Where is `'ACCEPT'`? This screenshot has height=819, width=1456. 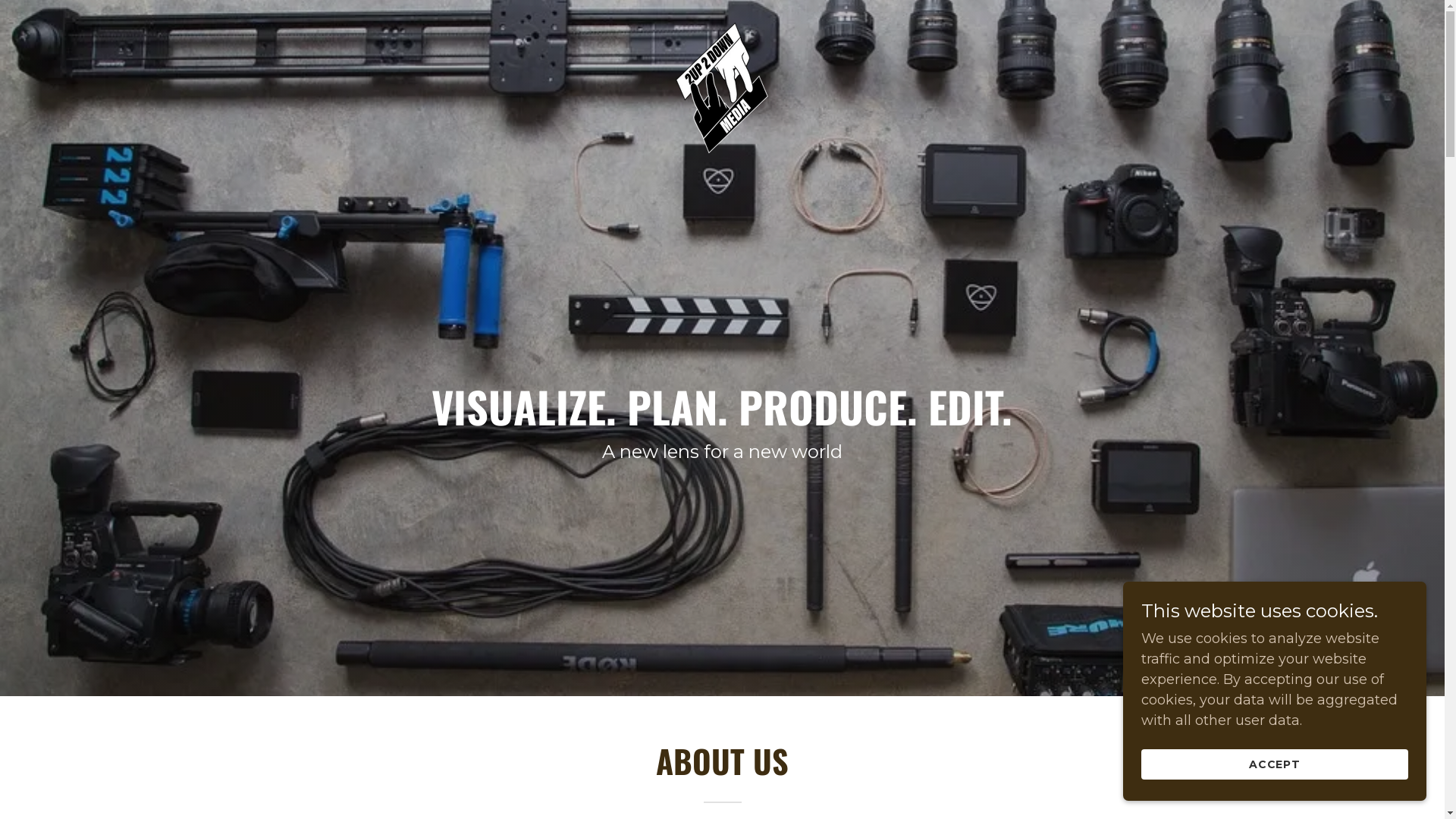
'ACCEPT' is located at coordinates (1274, 764).